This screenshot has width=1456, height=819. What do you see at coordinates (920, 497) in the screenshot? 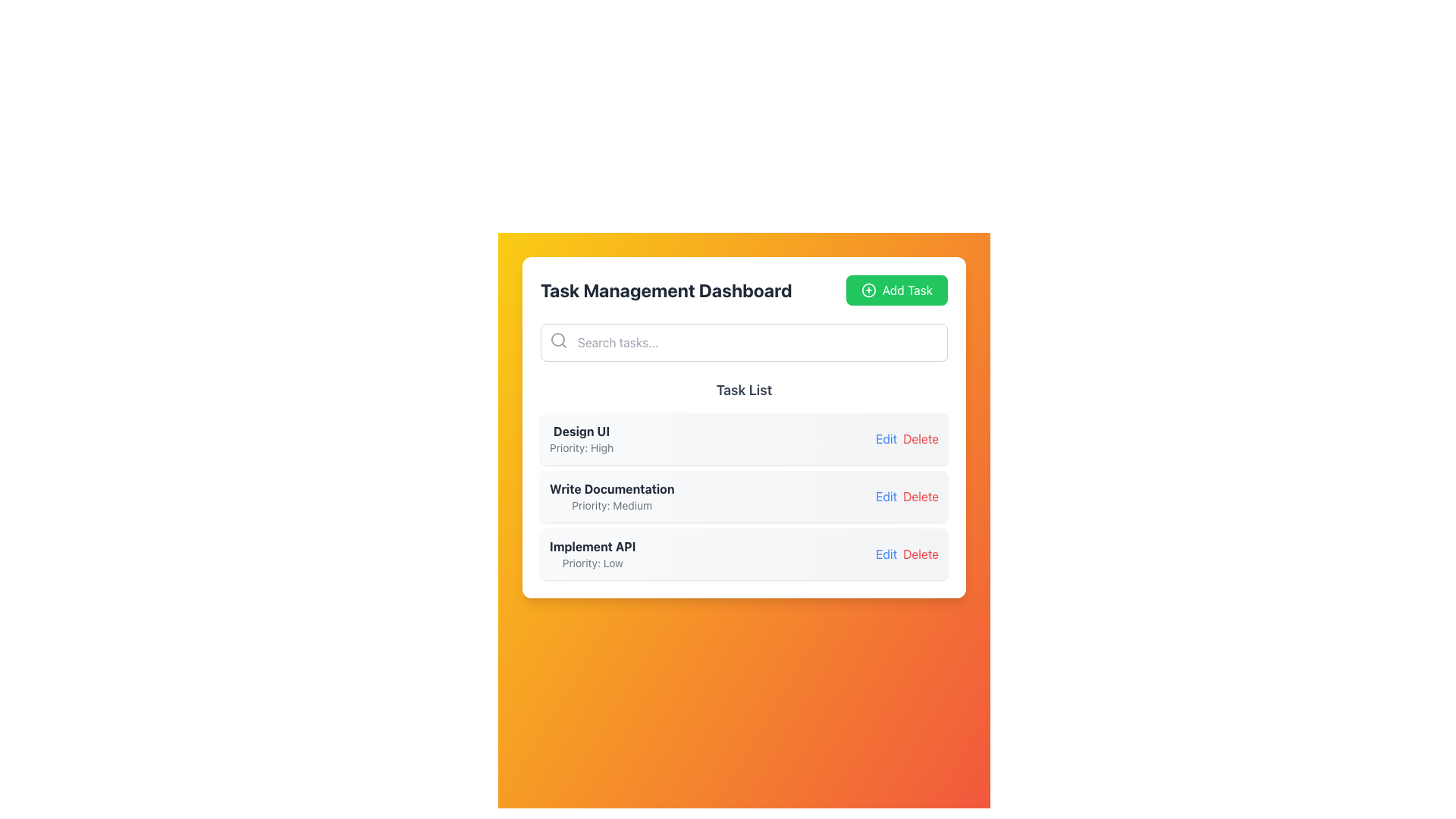
I see `the 'Delete' button with red text in the task control interface for the task 'Write Documentation'` at bounding box center [920, 497].